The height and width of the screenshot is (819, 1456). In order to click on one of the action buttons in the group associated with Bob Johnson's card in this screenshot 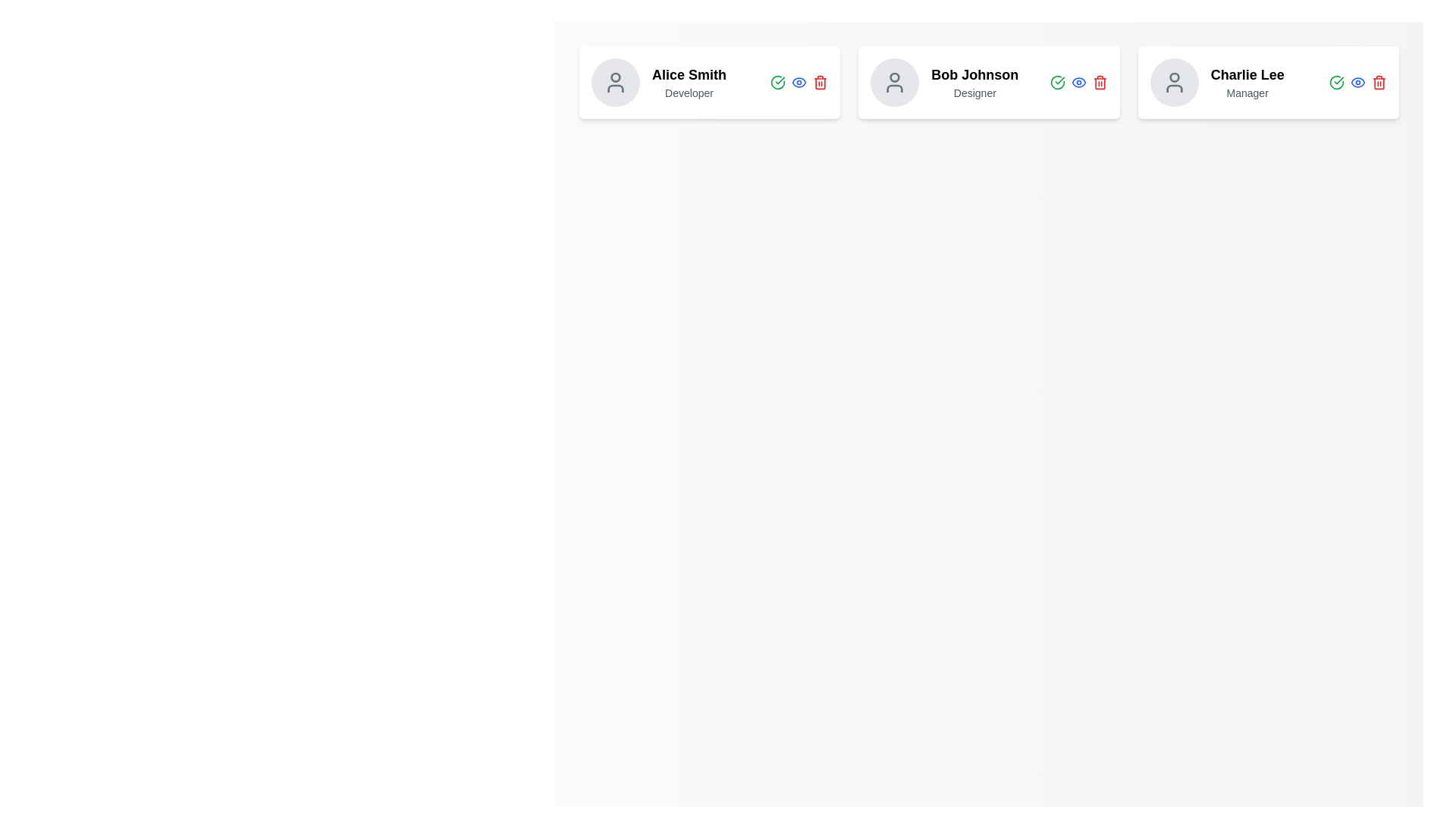, I will do `click(1078, 82)`.